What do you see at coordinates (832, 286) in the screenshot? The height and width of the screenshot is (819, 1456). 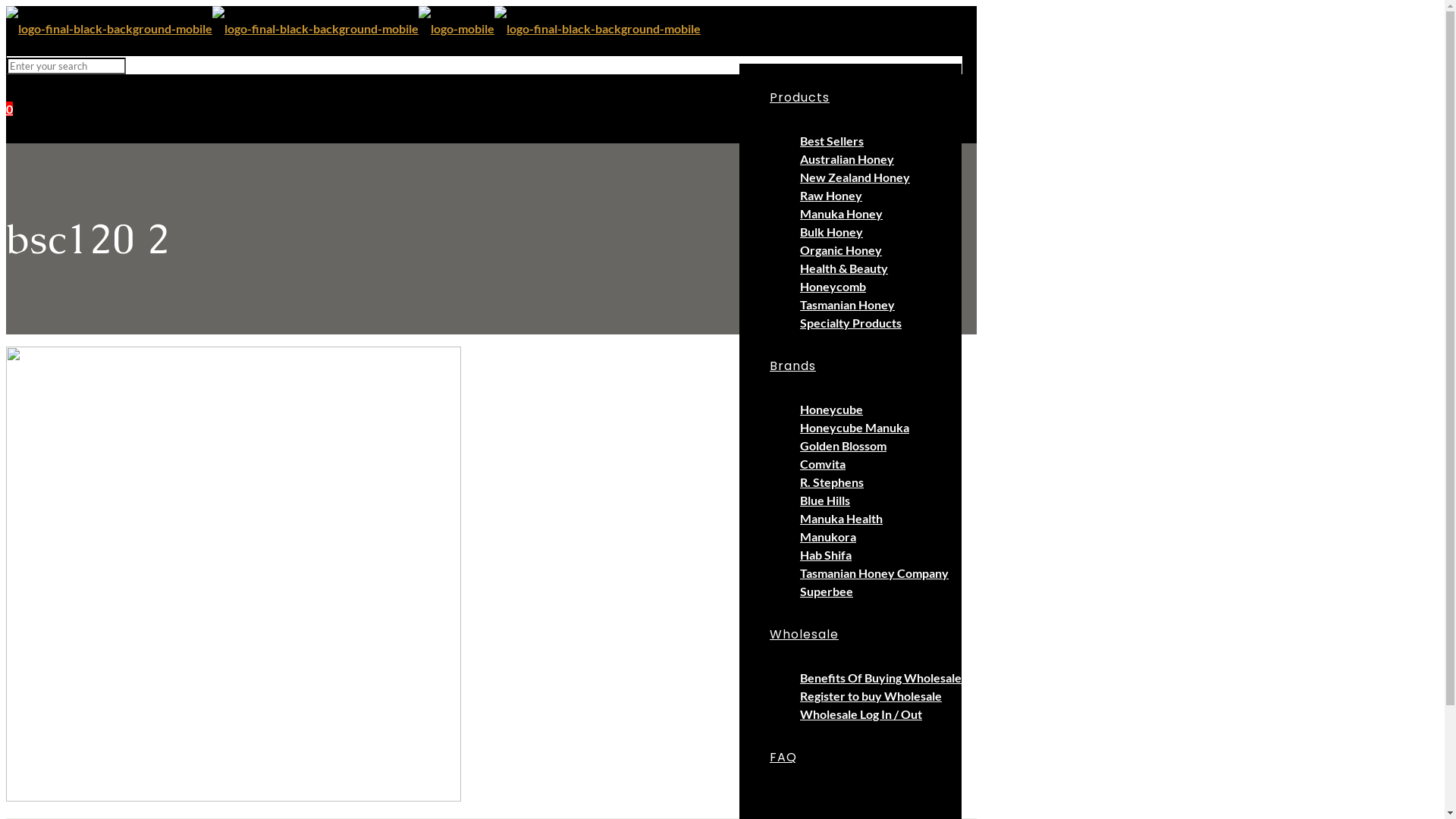 I see `'Honeycomb'` at bounding box center [832, 286].